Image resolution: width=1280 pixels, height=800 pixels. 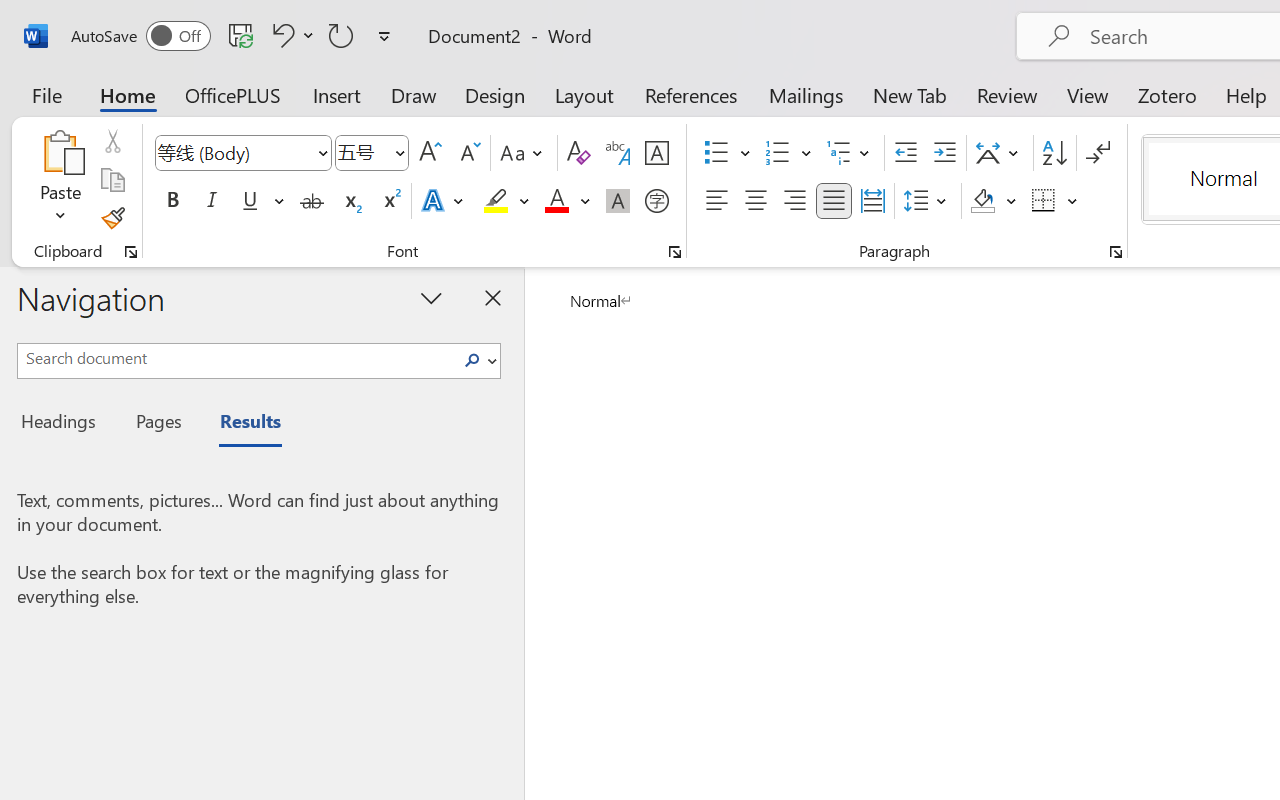 What do you see at coordinates (311, 201) in the screenshot?
I see `'Strikethrough'` at bounding box center [311, 201].